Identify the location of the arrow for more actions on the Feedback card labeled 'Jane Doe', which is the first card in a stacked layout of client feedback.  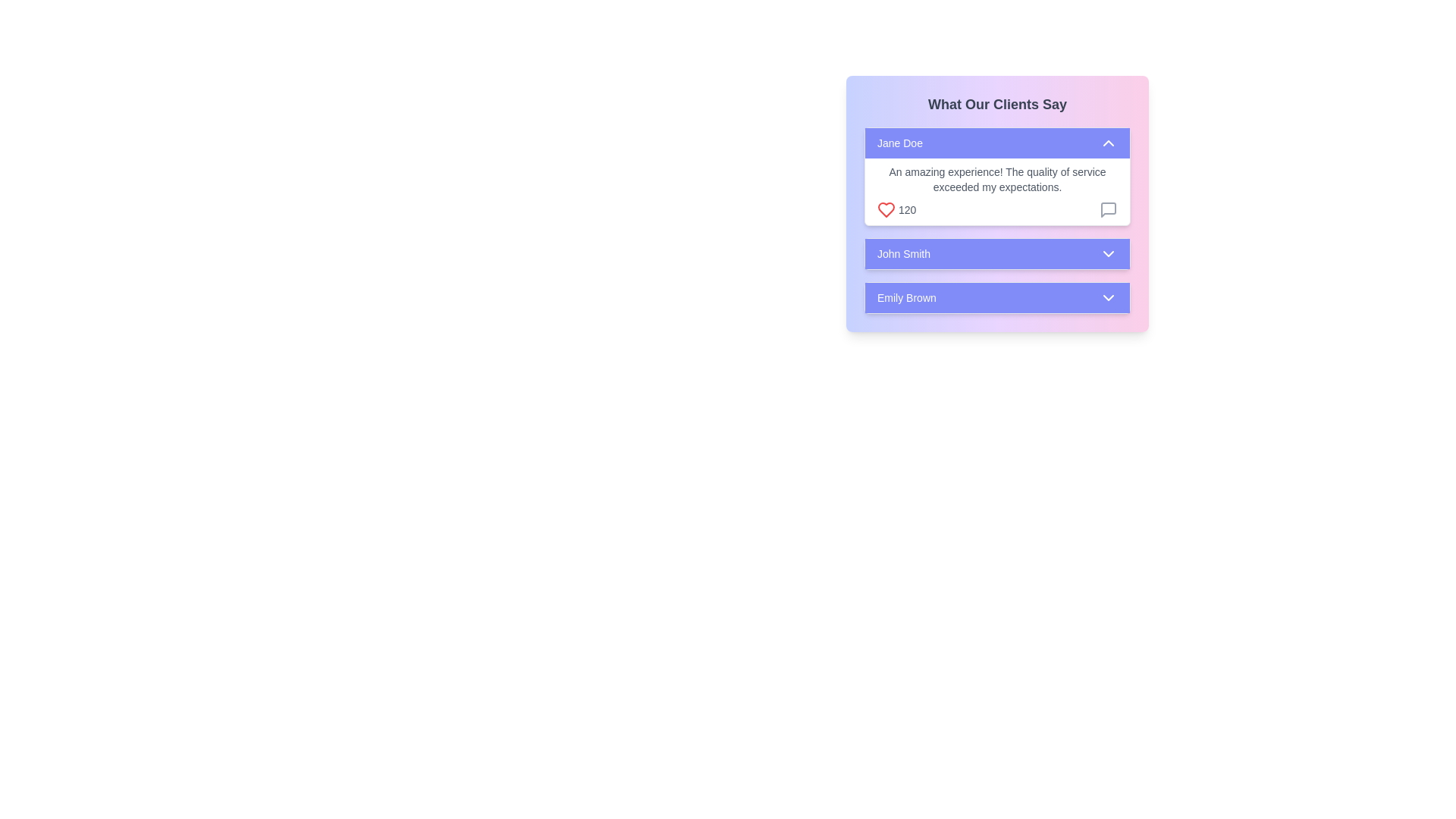
(997, 220).